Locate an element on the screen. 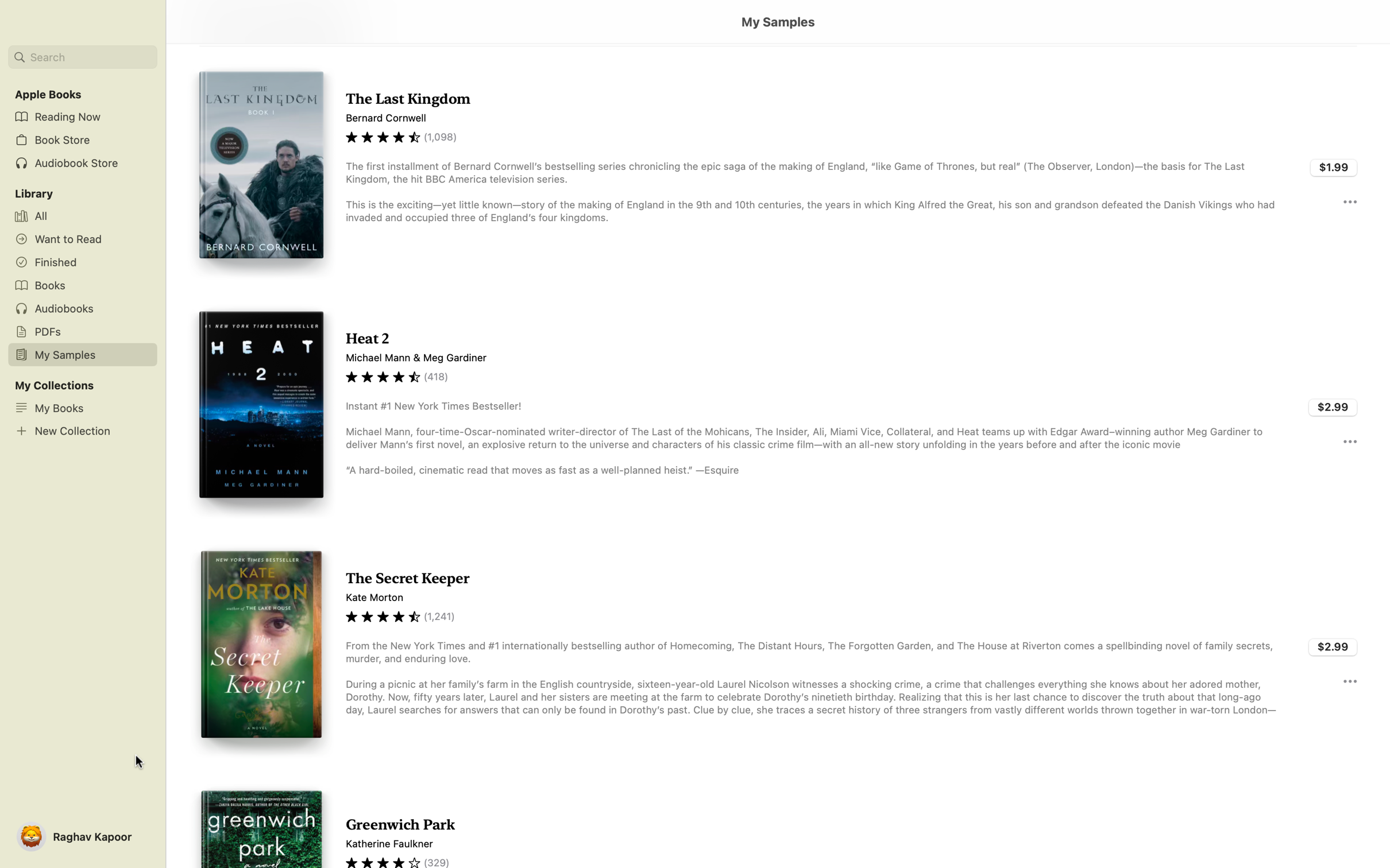  Purchase the novel "Secret Keeper is located at coordinates (1333, 645).